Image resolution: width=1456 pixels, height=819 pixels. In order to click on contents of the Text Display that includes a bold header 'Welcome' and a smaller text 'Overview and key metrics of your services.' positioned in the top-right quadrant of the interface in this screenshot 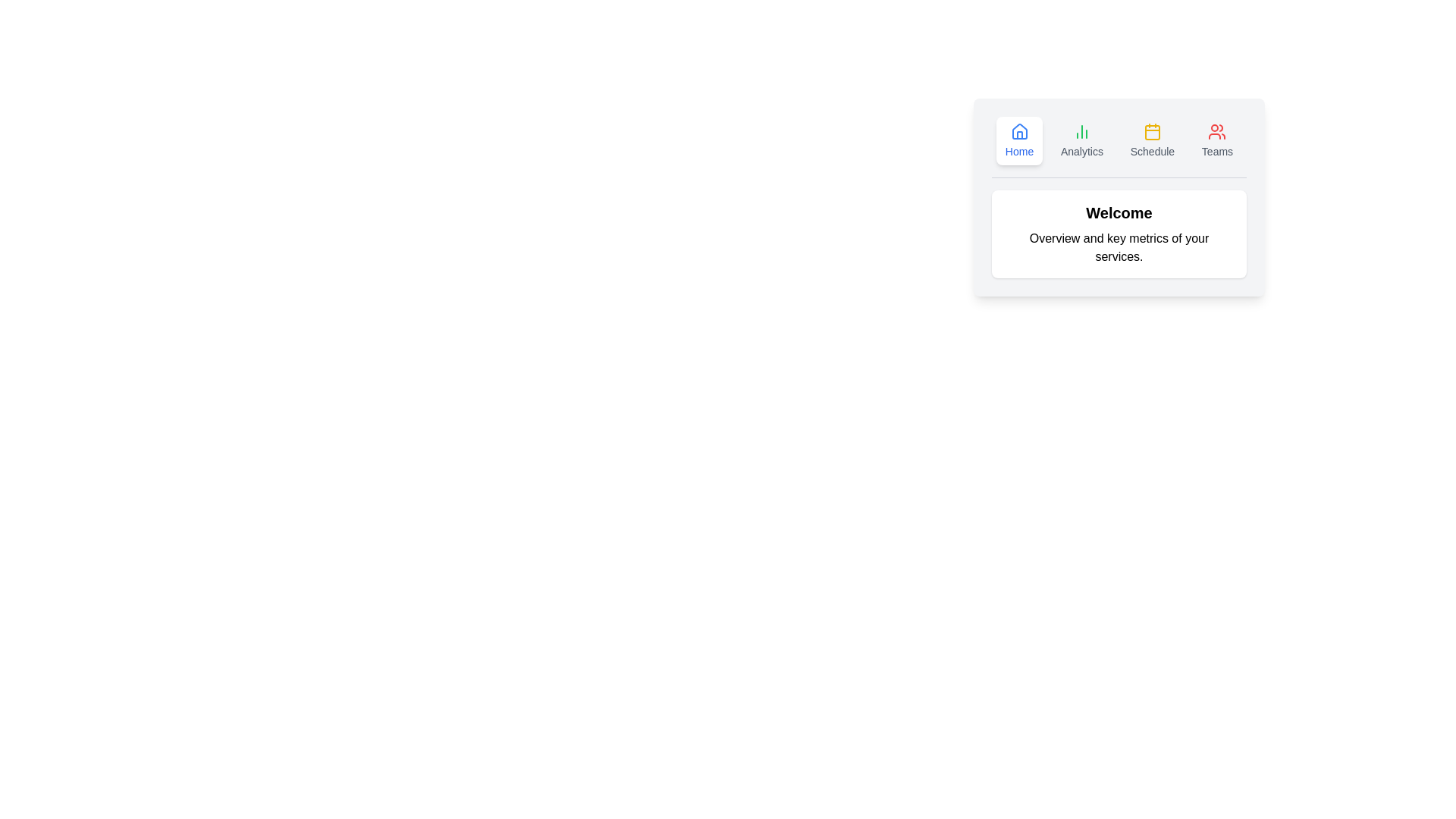, I will do `click(1119, 234)`.